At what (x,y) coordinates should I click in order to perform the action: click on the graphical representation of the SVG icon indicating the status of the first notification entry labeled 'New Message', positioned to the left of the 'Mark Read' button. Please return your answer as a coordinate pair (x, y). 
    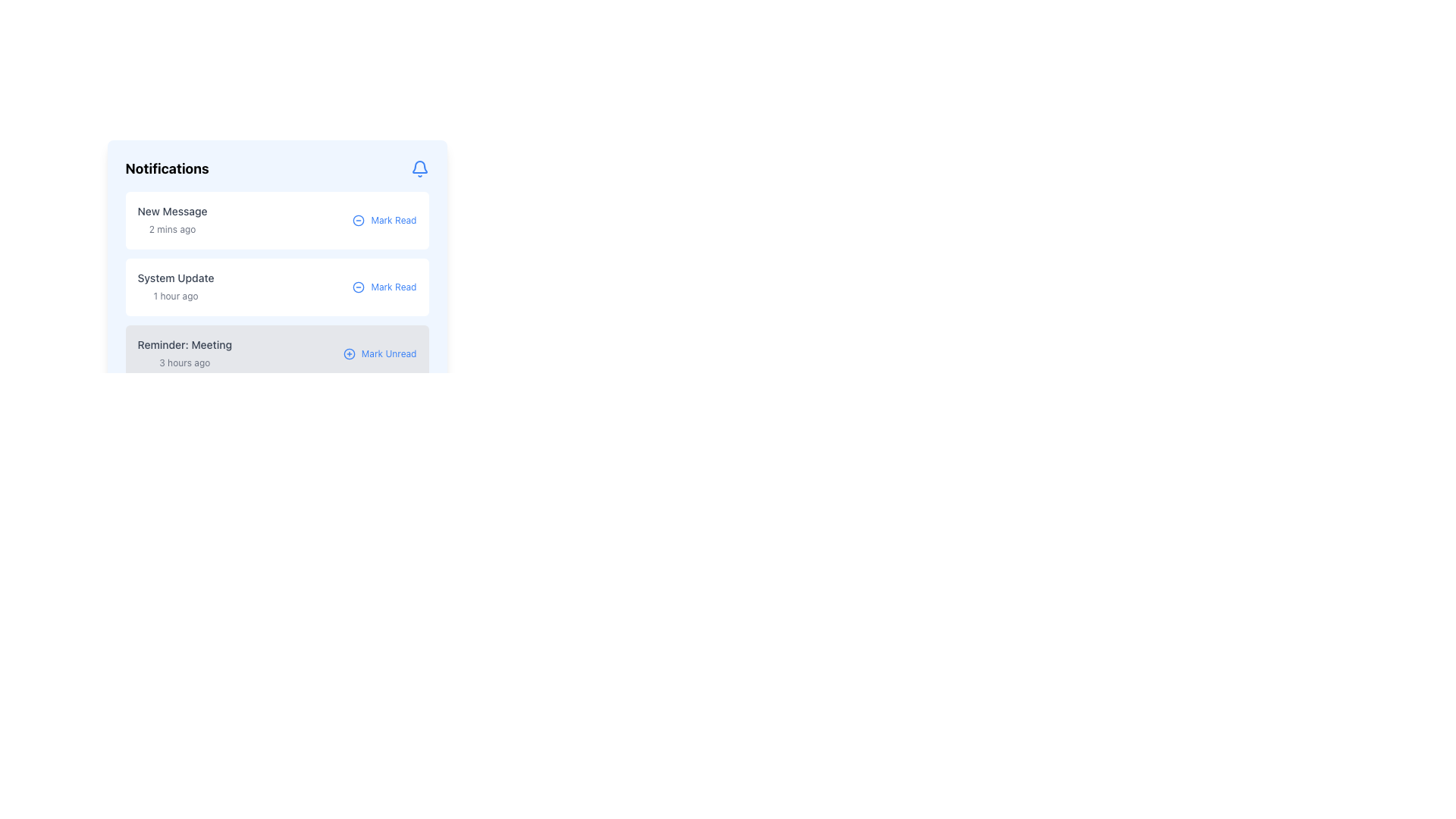
    Looking at the image, I should click on (358, 220).